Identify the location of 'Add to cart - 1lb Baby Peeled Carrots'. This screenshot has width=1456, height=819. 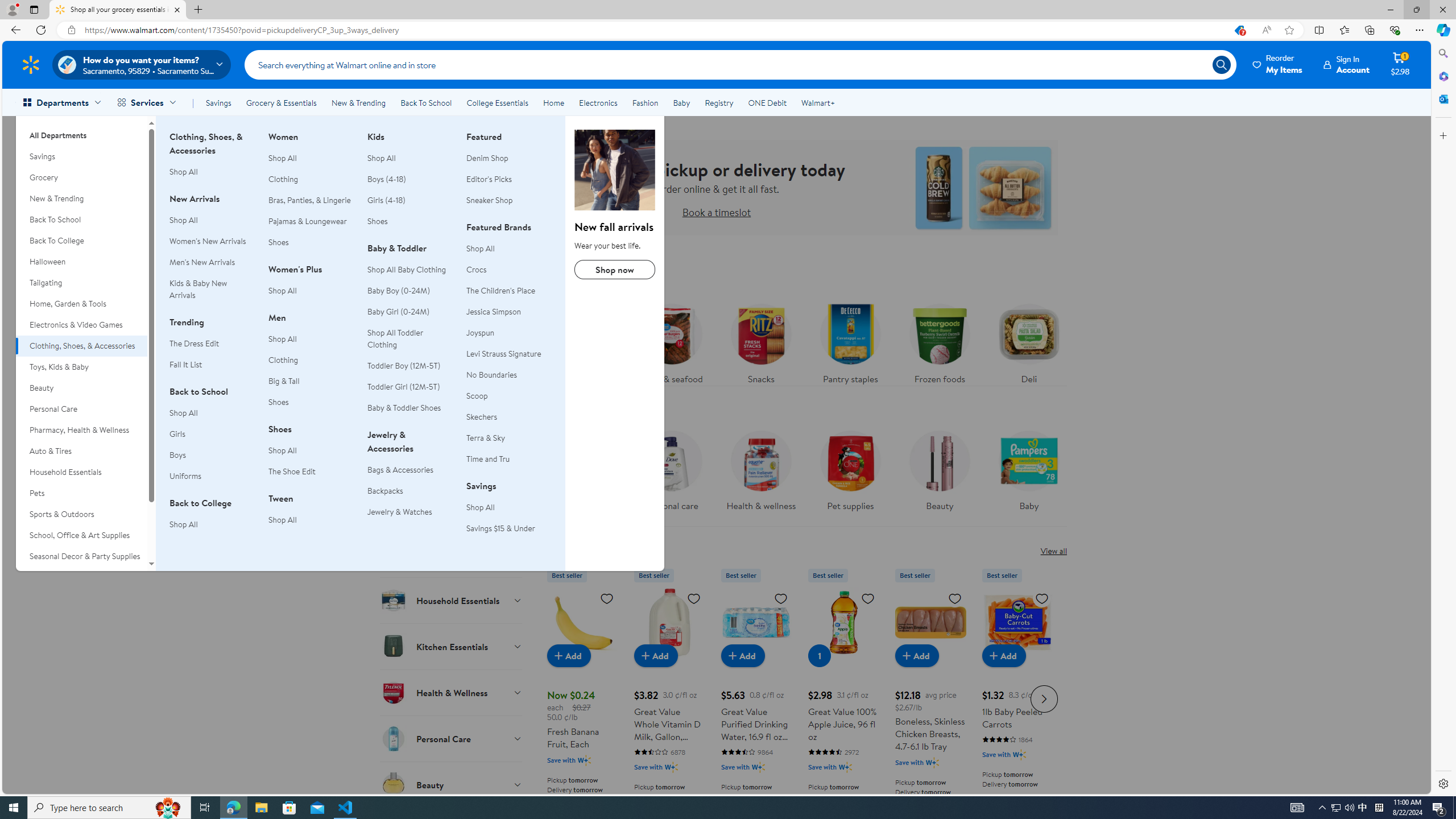
(1004, 655).